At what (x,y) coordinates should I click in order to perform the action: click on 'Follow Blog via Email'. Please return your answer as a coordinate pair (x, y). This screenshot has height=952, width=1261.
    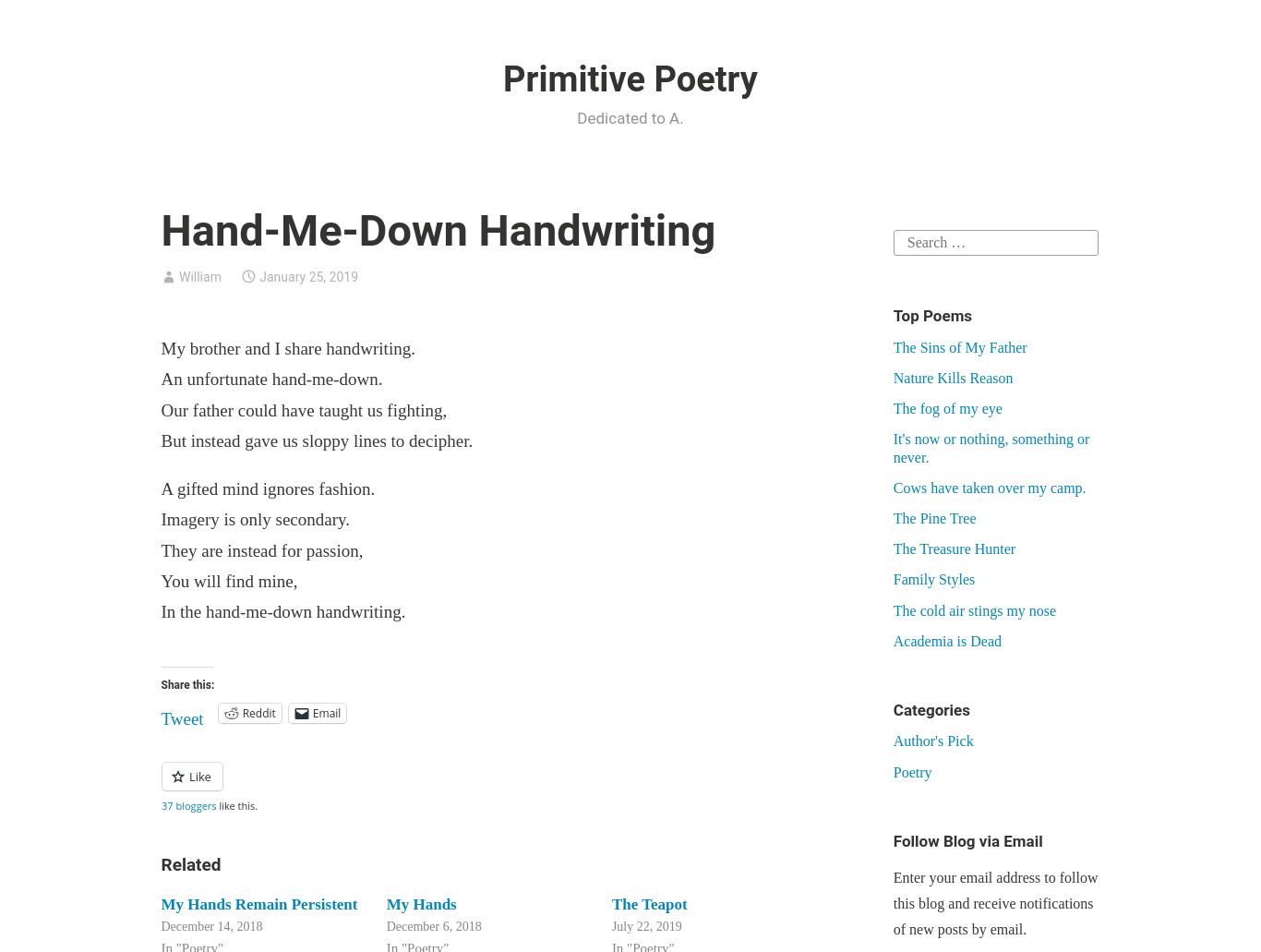
    Looking at the image, I should click on (966, 839).